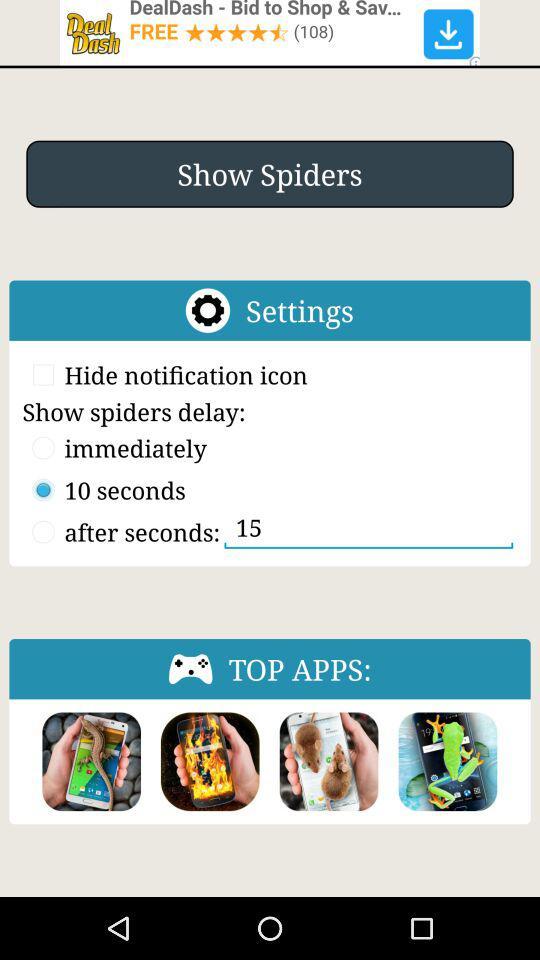 The width and height of the screenshot is (540, 960). What do you see at coordinates (90, 760) in the screenshot?
I see `game option` at bounding box center [90, 760].